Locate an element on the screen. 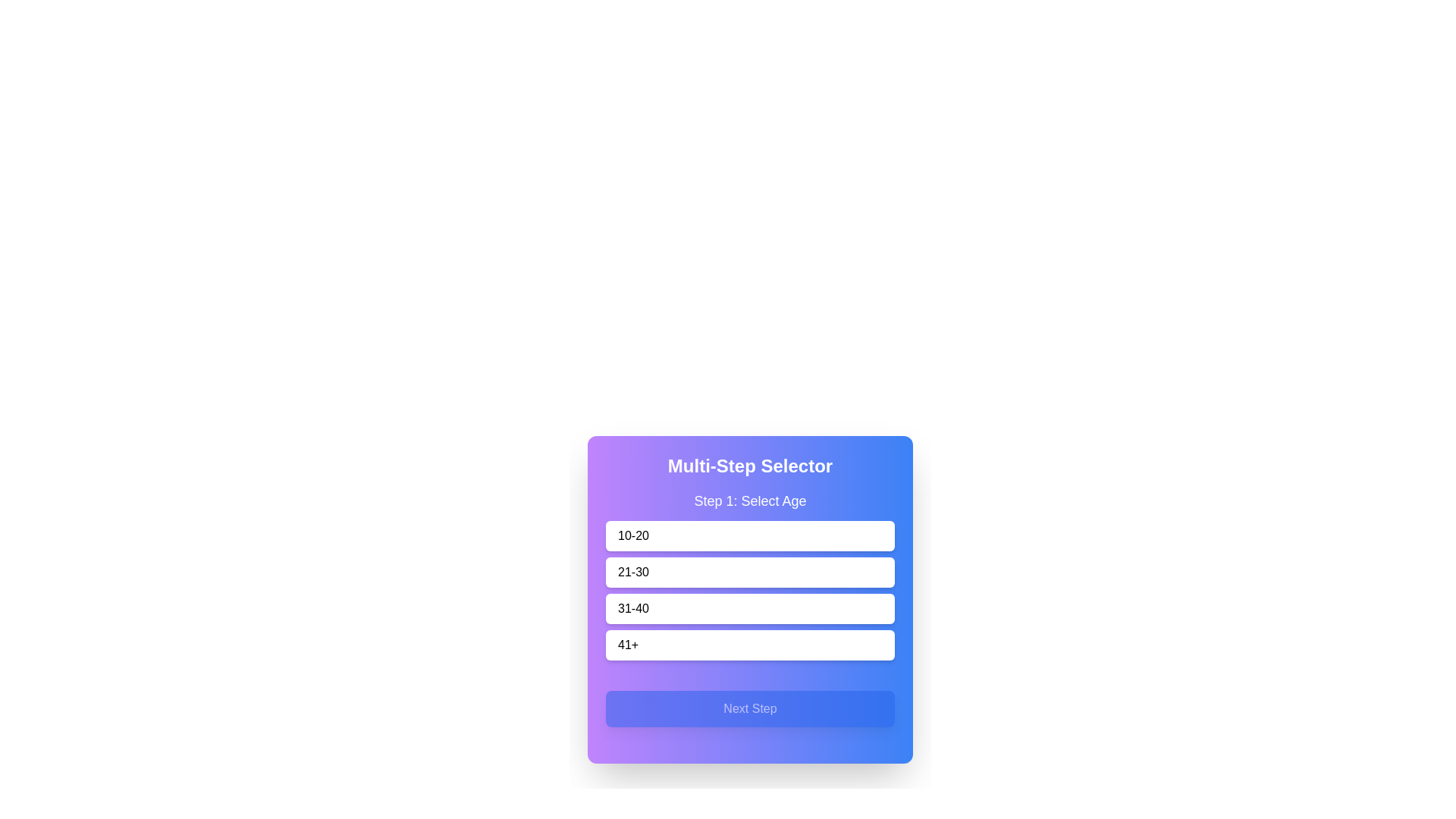 This screenshot has height=819, width=1456. the '31-40' selectable option button in the age range list is located at coordinates (750, 607).